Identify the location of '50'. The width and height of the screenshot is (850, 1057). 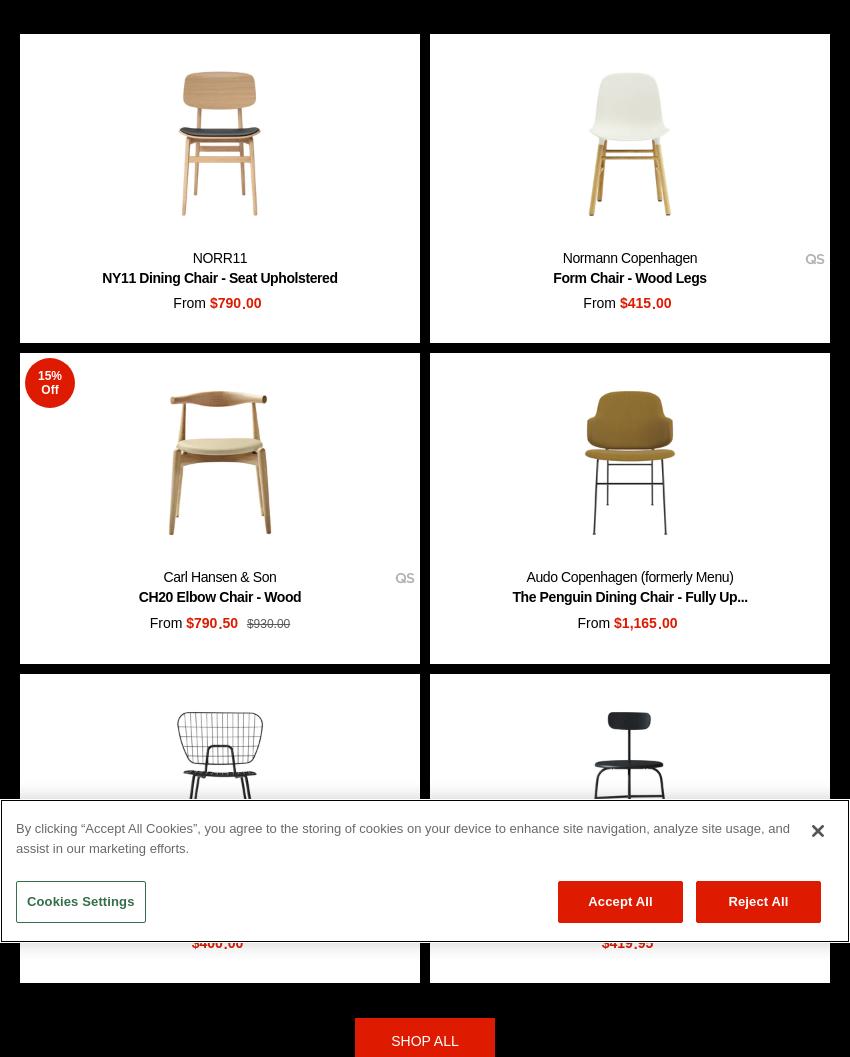
(230, 622).